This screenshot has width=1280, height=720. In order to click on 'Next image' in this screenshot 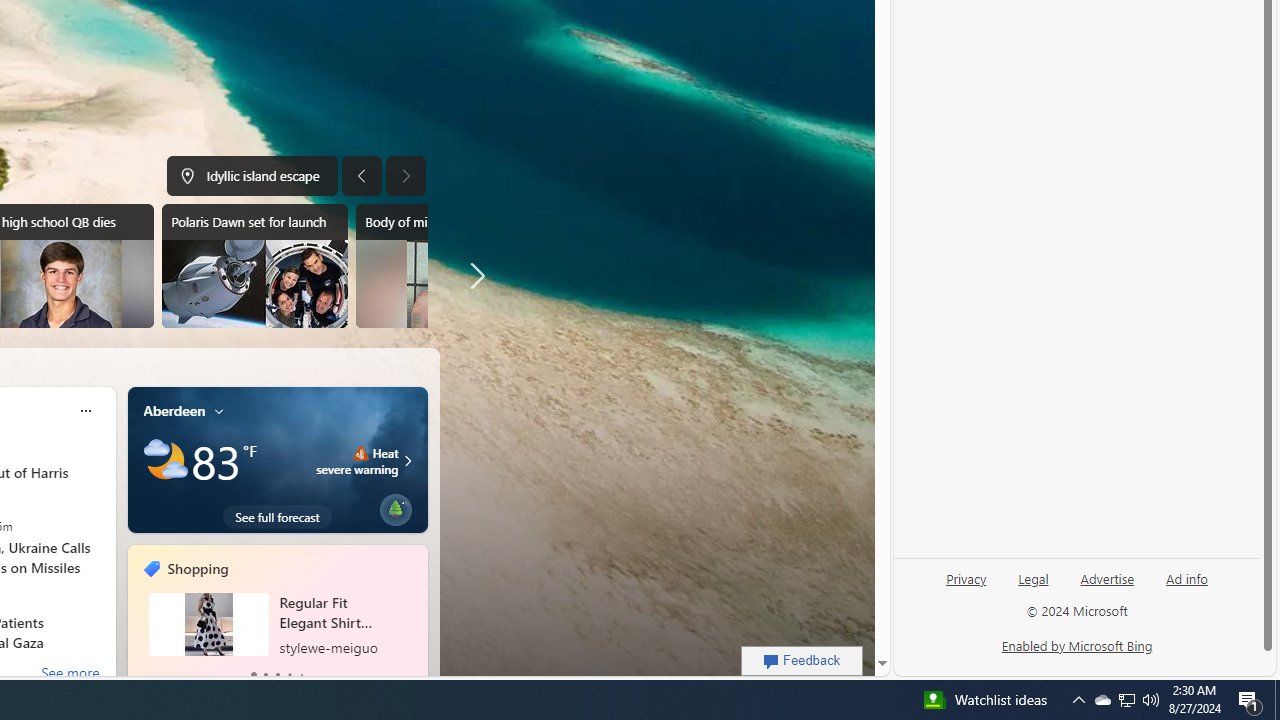, I will do `click(404, 175)`.